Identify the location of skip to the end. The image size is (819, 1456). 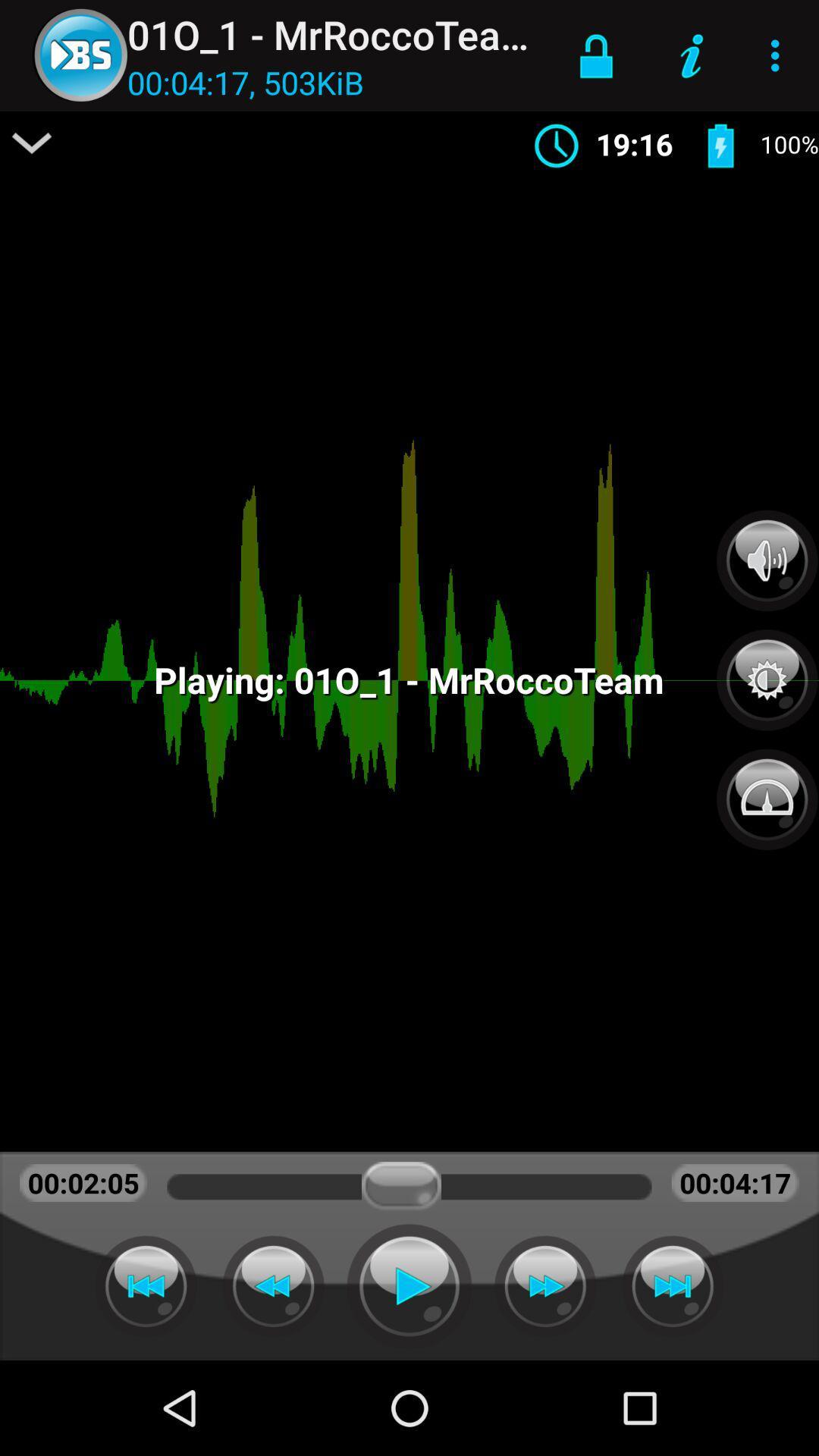
(672, 1285).